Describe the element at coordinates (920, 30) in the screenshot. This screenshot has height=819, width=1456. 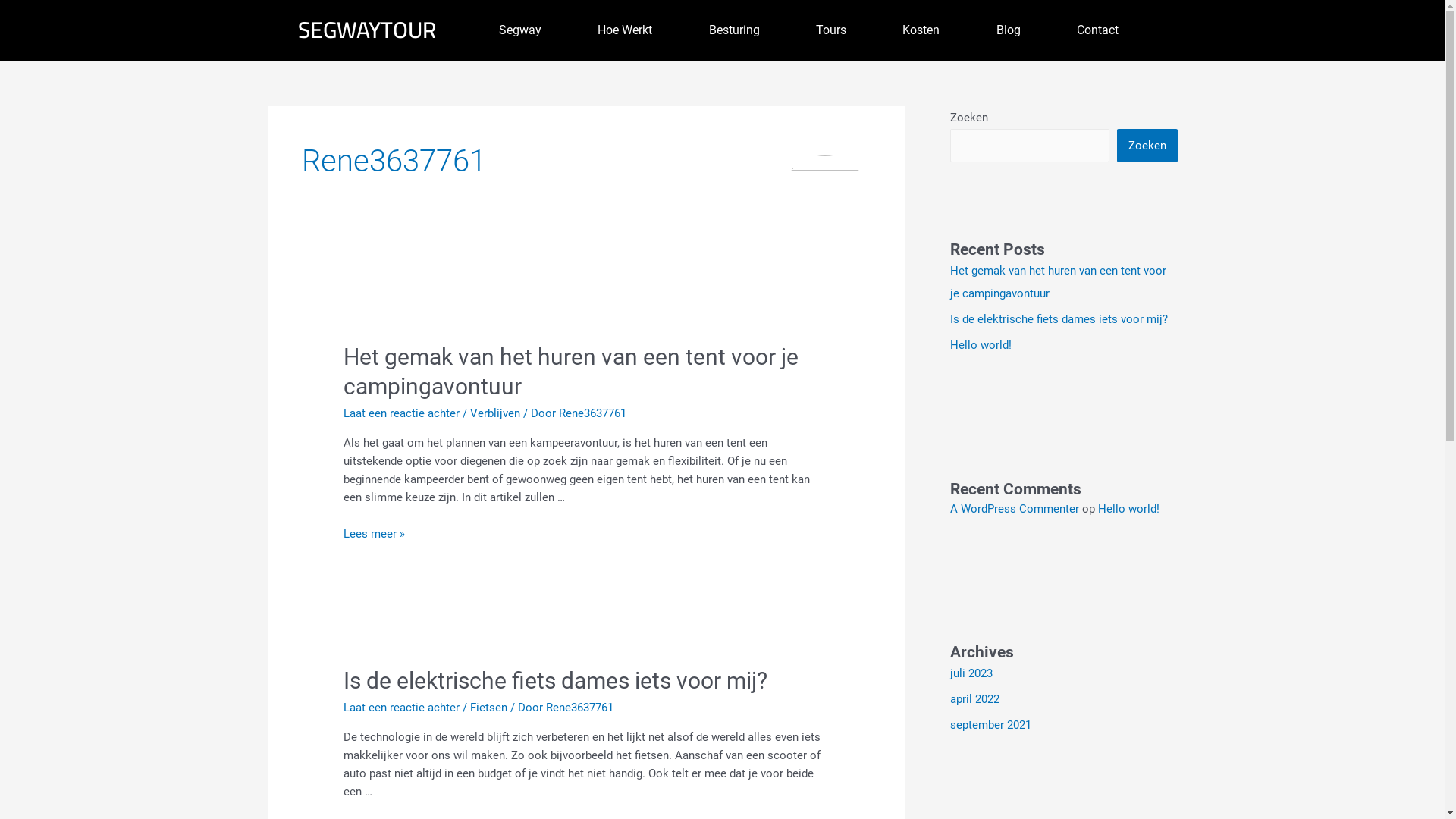
I see `'Kosten'` at that location.